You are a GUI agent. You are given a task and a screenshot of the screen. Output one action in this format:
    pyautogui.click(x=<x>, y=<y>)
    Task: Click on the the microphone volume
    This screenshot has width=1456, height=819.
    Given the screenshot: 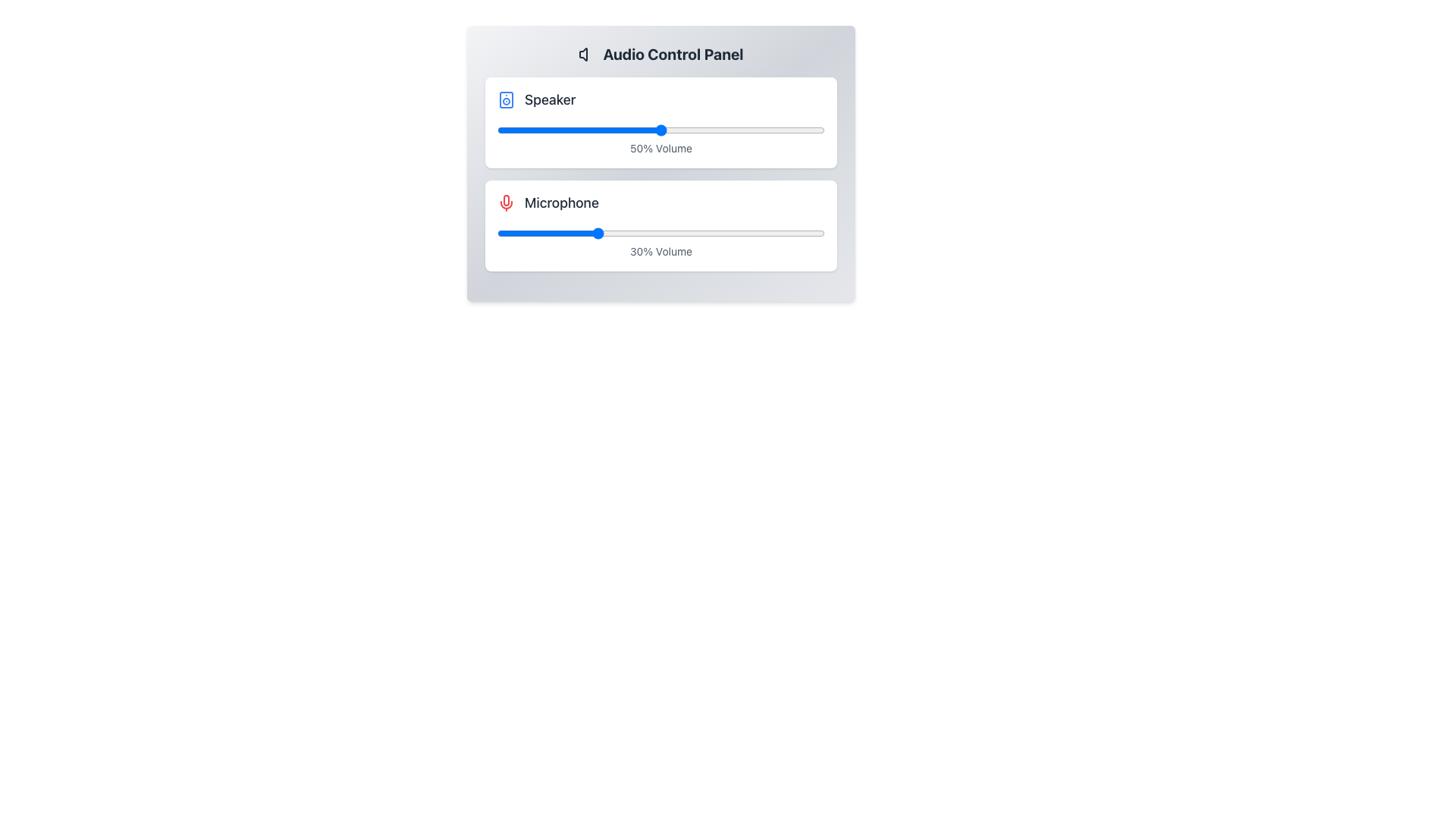 What is the action you would take?
    pyautogui.click(x=769, y=234)
    